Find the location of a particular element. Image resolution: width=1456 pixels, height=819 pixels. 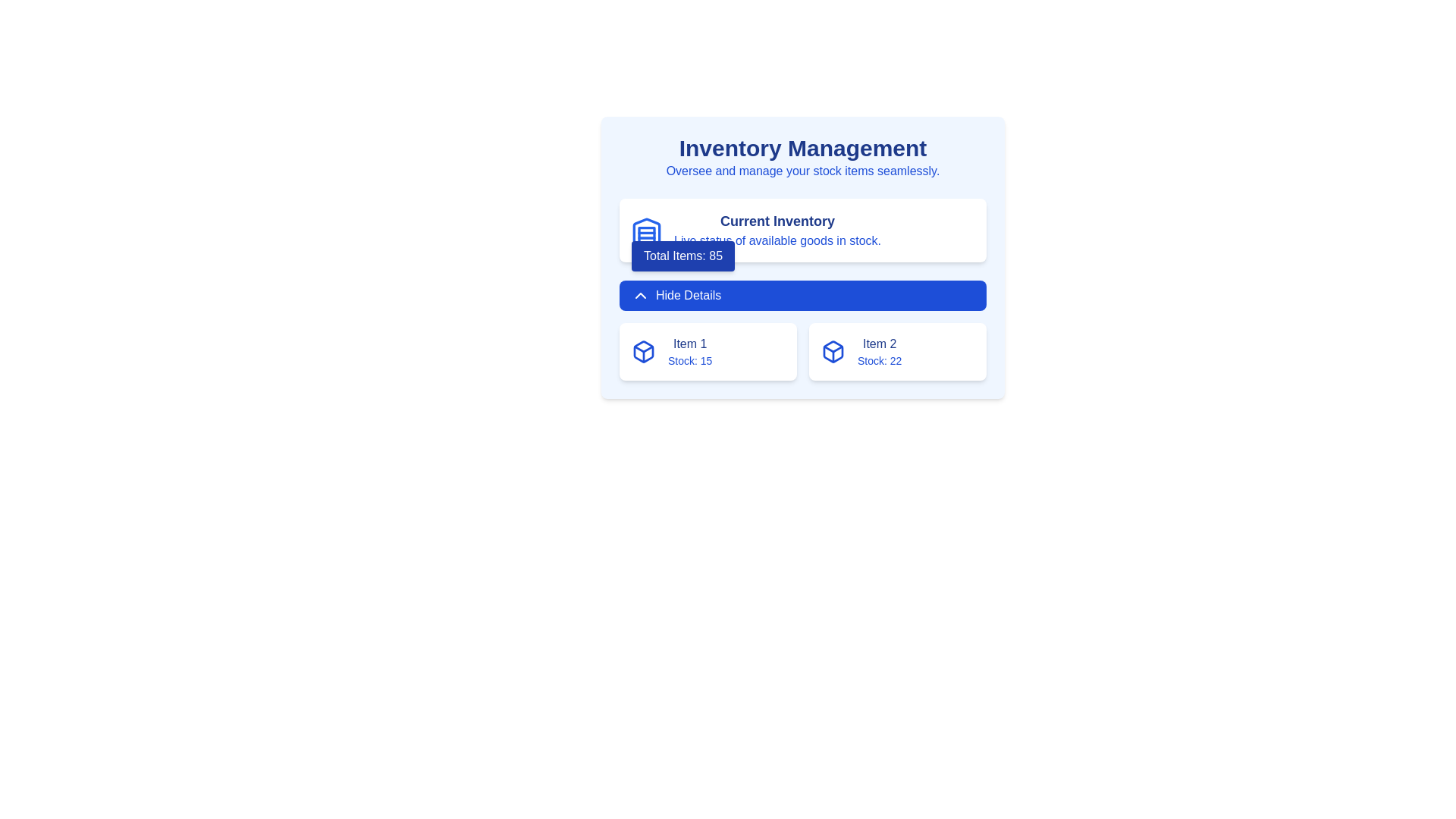

the Text Label that provides contextual information following the 'Current Inventory' label, which is styled in bold and larger font is located at coordinates (777, 240).